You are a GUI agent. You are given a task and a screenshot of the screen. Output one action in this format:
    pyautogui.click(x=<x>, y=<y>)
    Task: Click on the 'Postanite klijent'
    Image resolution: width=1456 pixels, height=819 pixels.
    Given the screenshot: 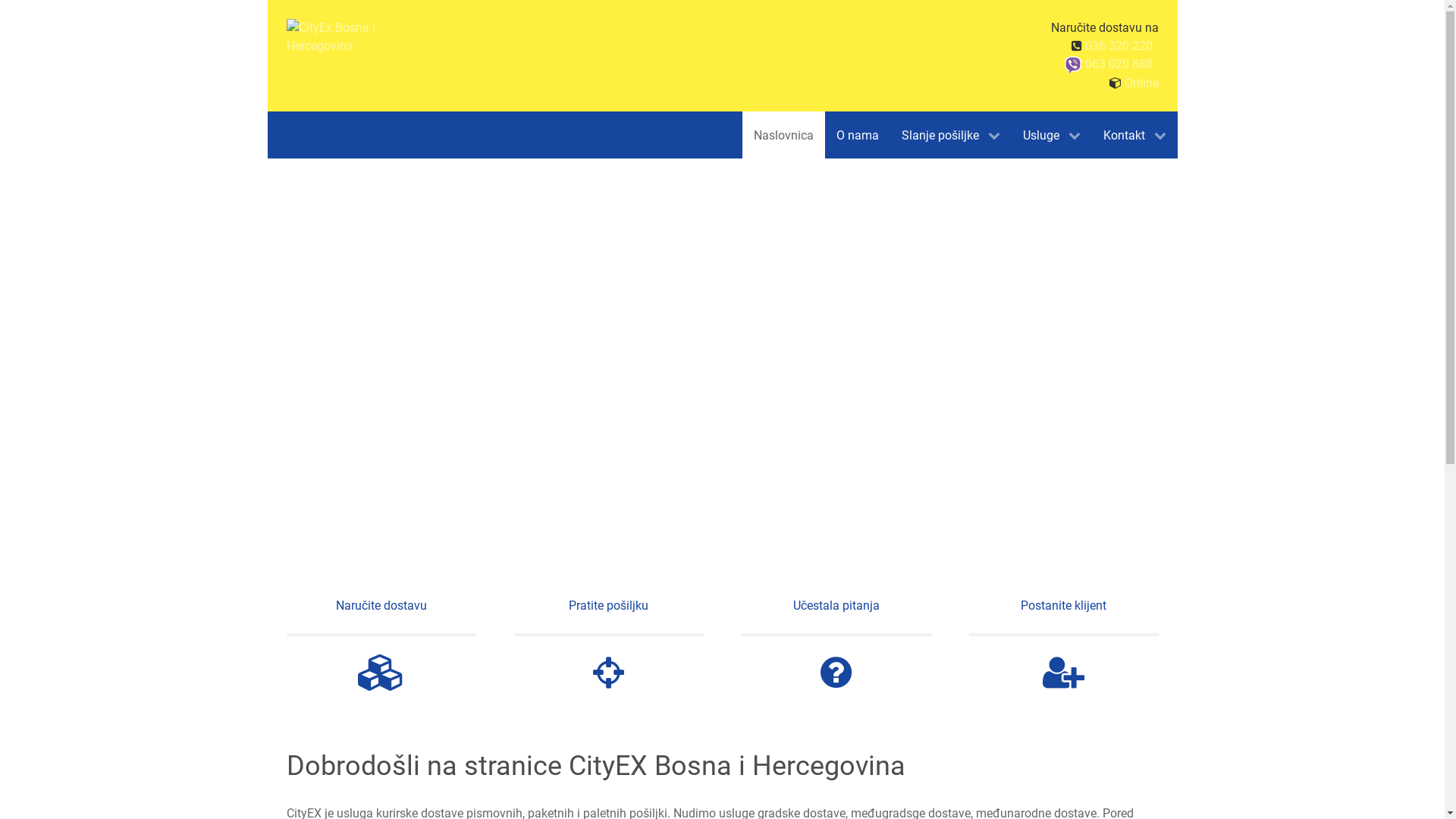 What is the action you would take?
    pyautogui.click(x=1062, y=643)
    